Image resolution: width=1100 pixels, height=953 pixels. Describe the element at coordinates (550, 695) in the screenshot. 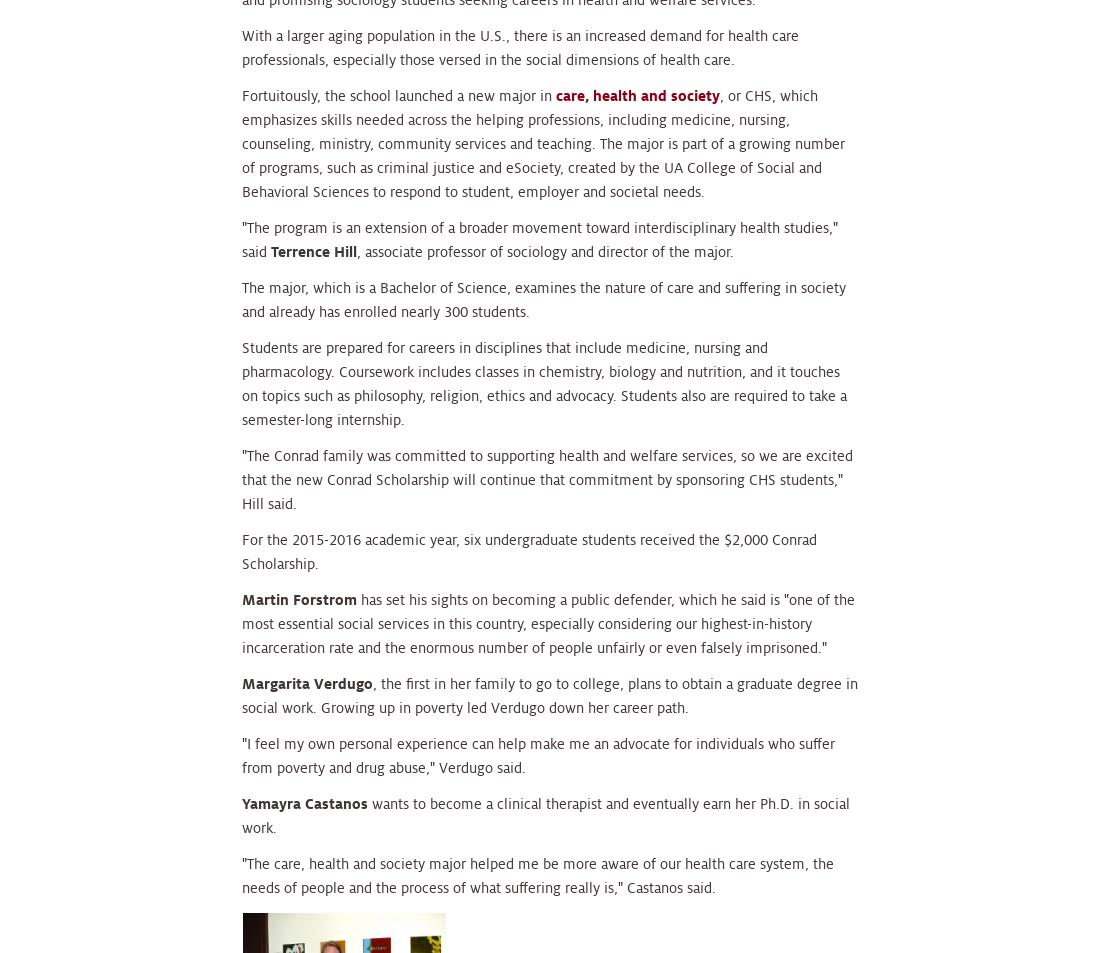

I see `', the first in her family to go to college, plans to obtain a graduate degree in social work. Growing up in poverty led Verdugo down her career path.'` at that location.